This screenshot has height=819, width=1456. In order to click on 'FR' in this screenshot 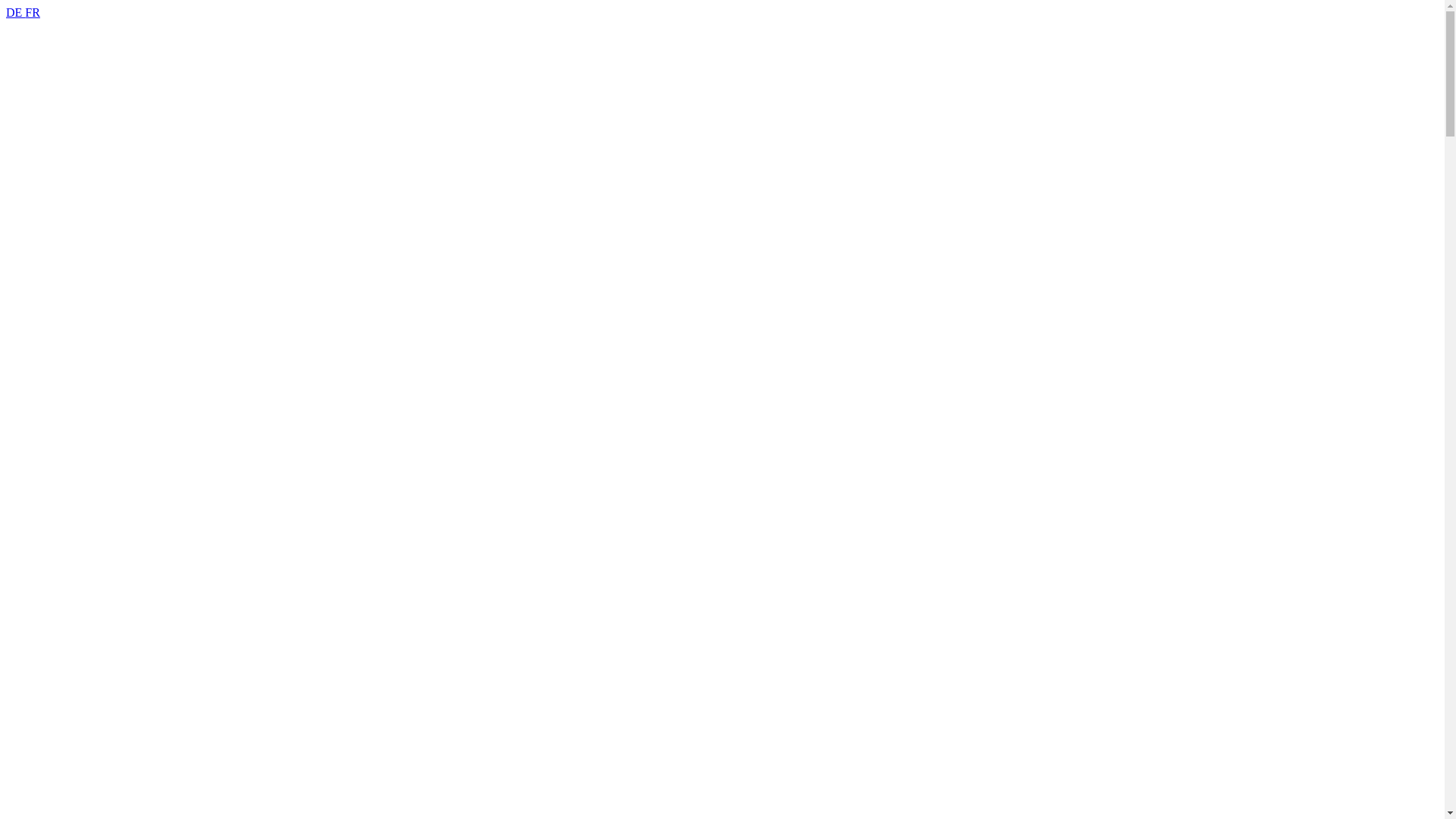, I will do `click(33, 12)`.